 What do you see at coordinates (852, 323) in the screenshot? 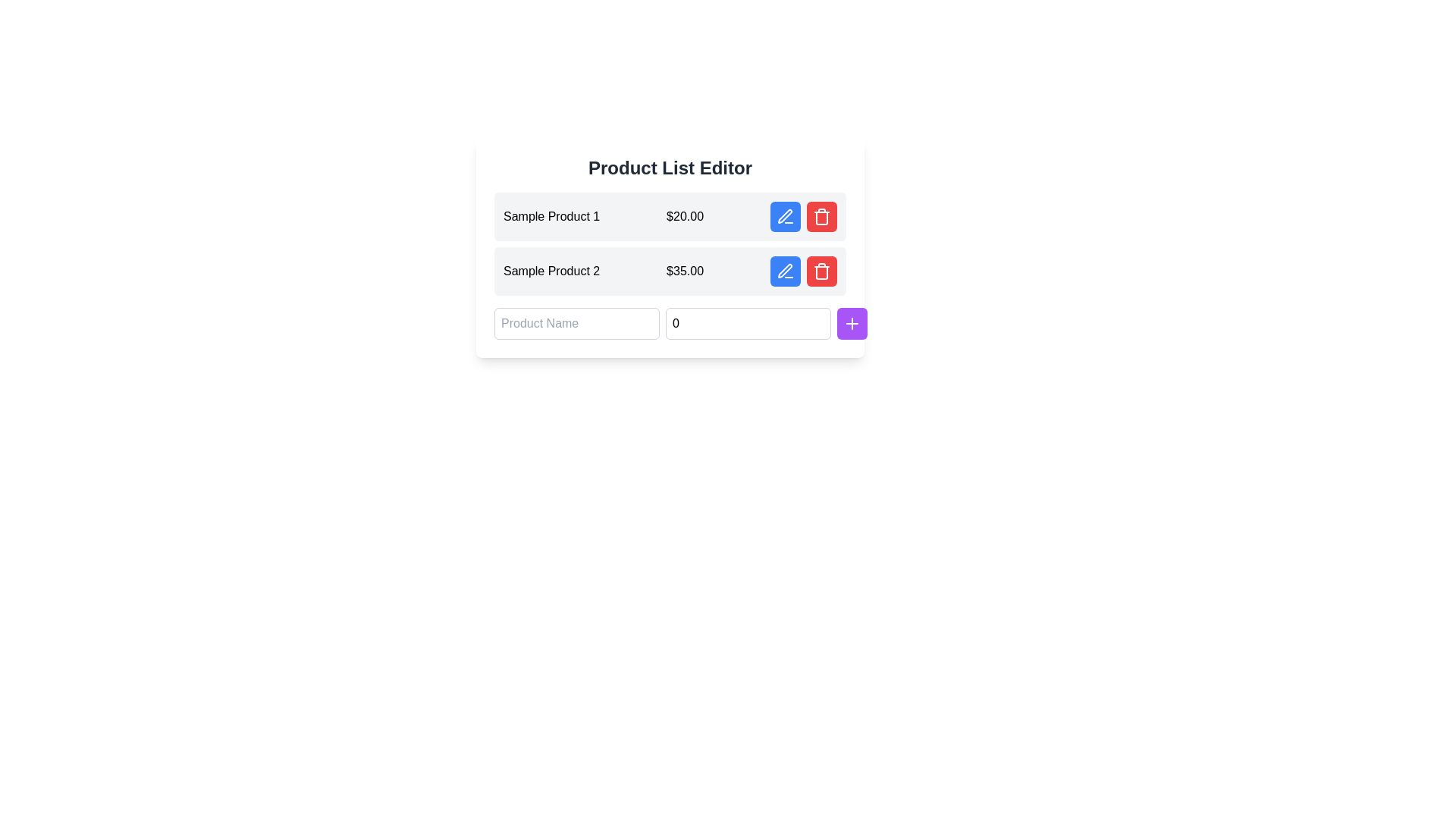
I see `the button located at the bottom-right of the input fields for 'Product Name' and 'Product Price'` at bounding box center [852, 323].